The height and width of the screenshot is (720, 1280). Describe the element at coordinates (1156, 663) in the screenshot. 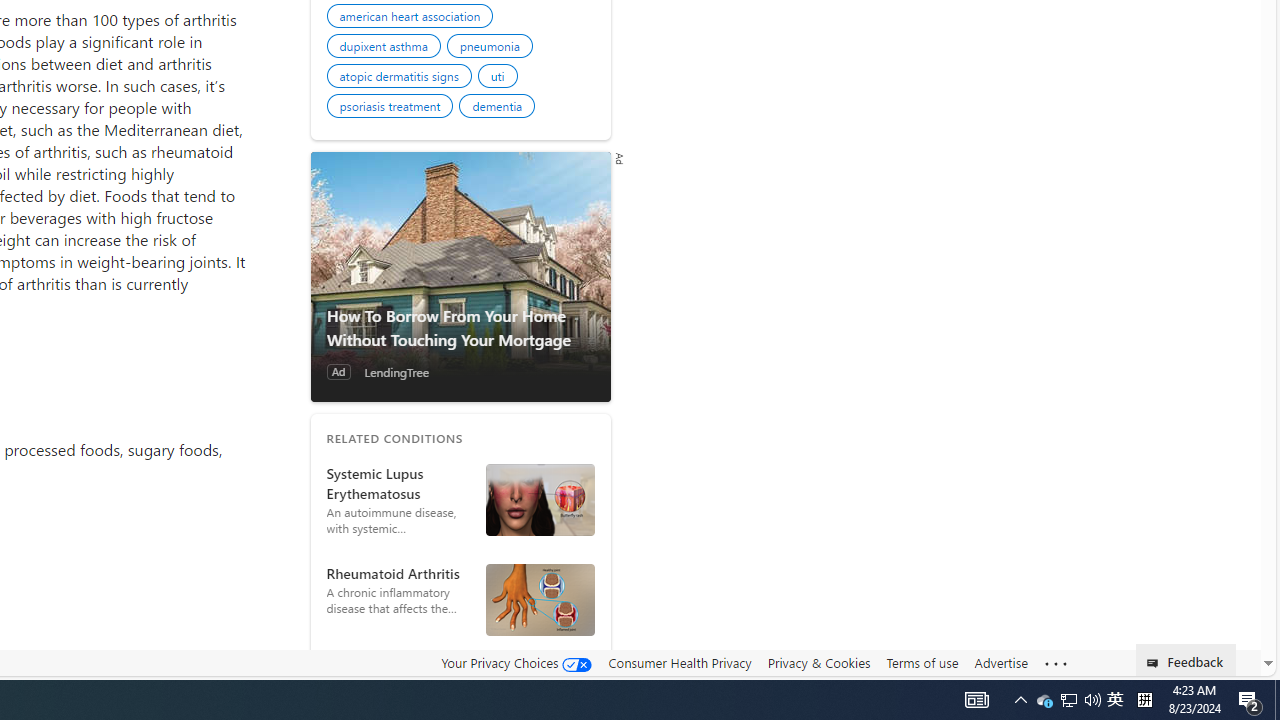

I see `'Class: feedback_link_icon-DS-EntryPoint1-1'` at that location.